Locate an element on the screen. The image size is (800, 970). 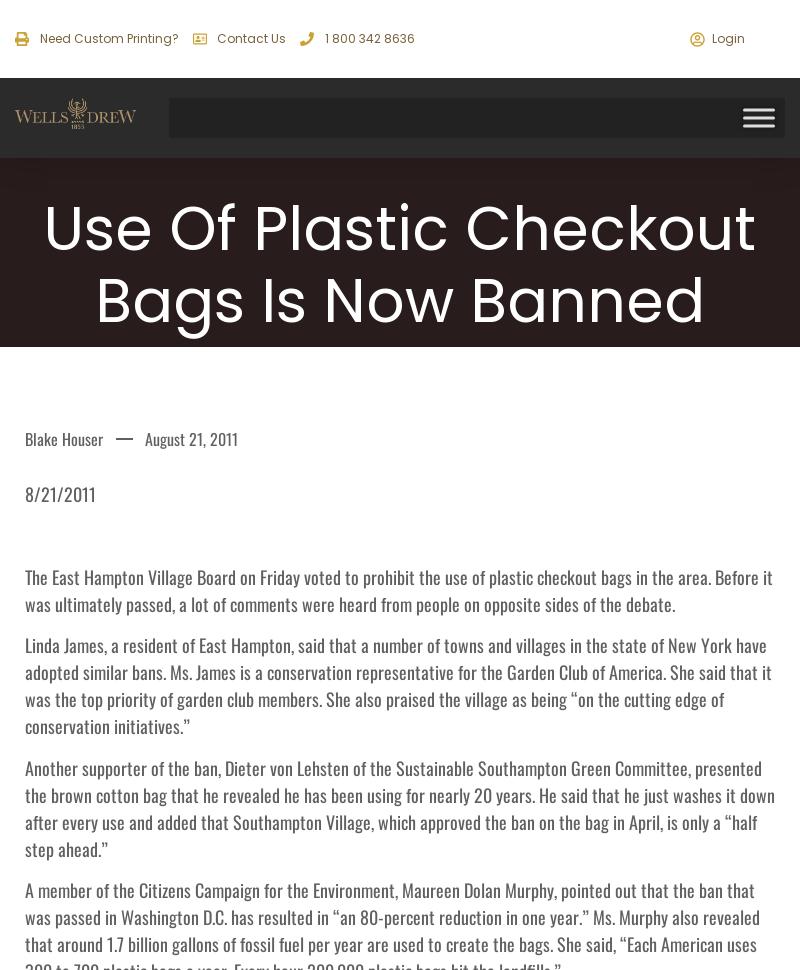
'8/21/2011' is located at coordinates (59, 494).